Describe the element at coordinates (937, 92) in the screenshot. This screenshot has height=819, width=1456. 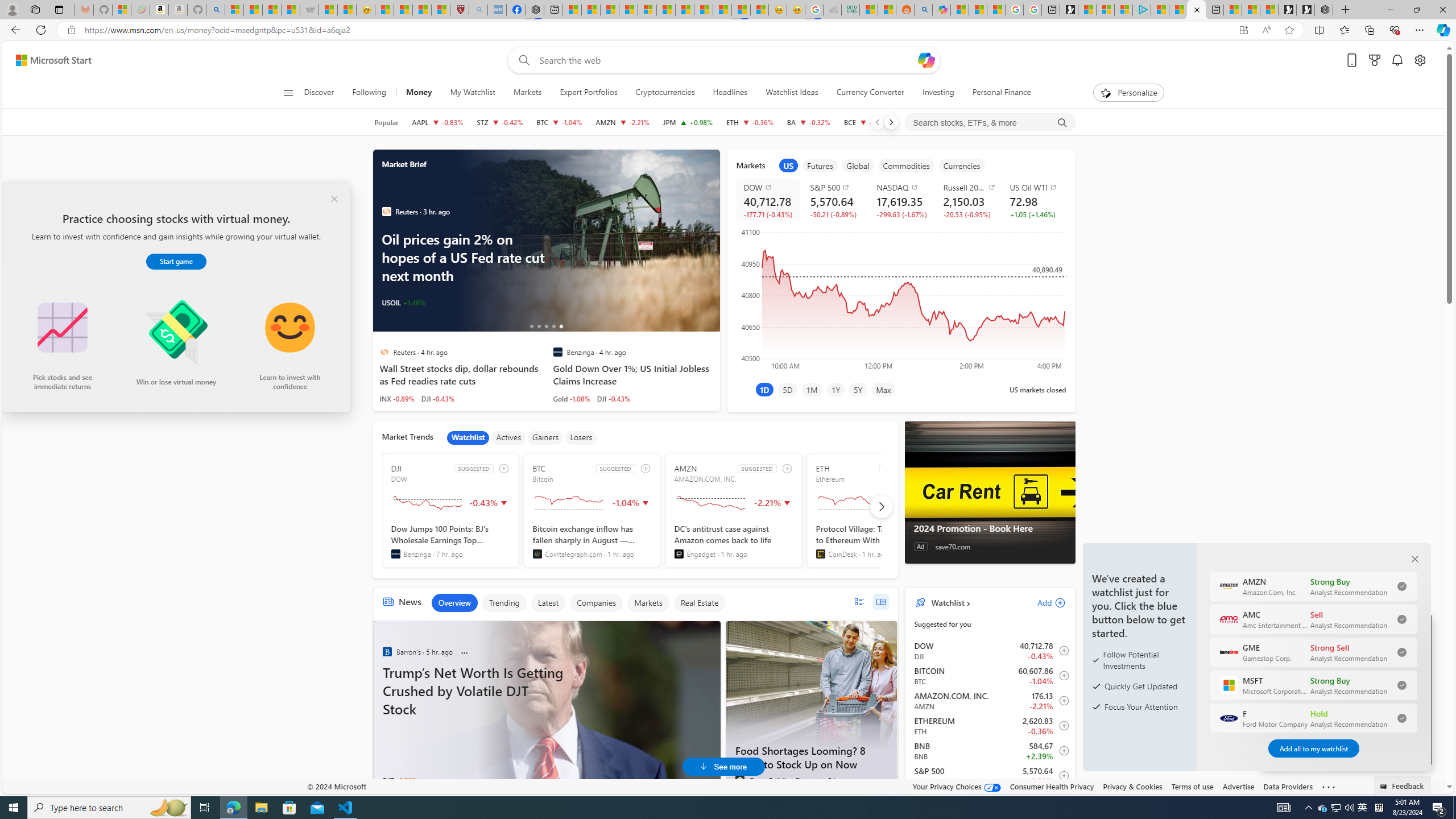
I see `'Investing'` at that location.